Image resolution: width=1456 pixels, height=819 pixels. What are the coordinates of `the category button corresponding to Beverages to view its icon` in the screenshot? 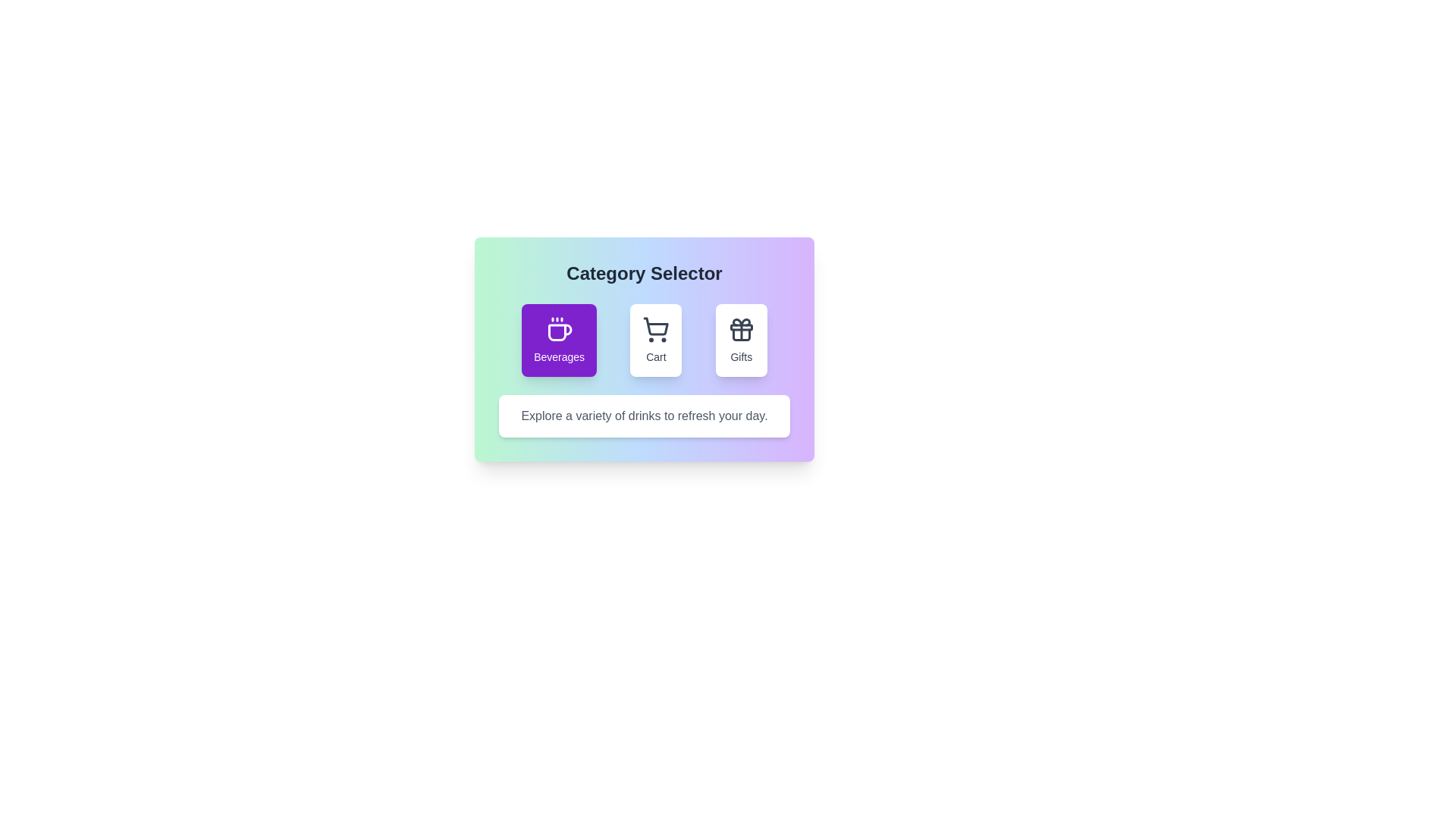 It's located at (558, 339).